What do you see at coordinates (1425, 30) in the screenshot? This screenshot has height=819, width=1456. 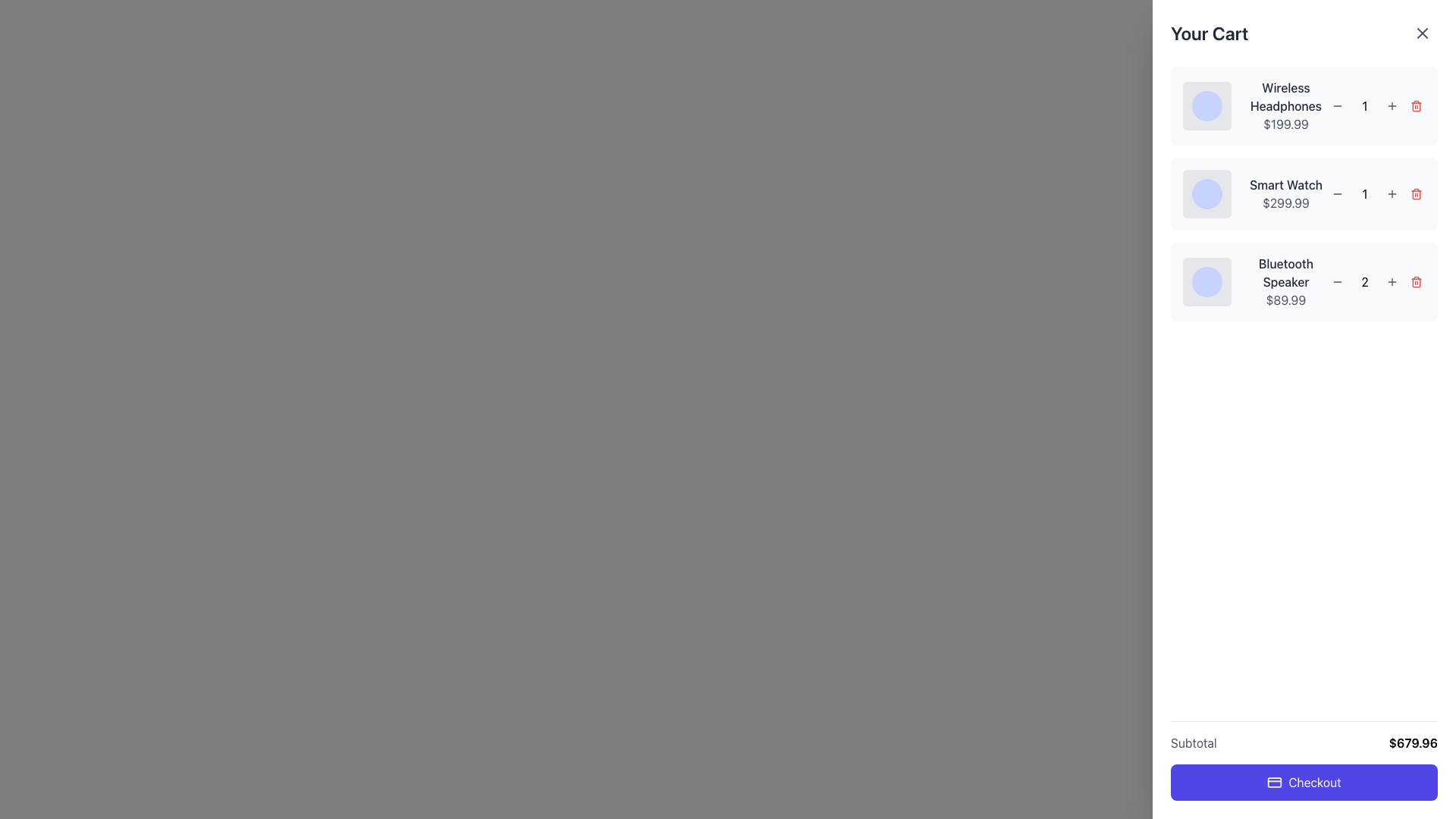 I see `the button located in the top-right corner of the interface` at bounding box center [1425, 30].